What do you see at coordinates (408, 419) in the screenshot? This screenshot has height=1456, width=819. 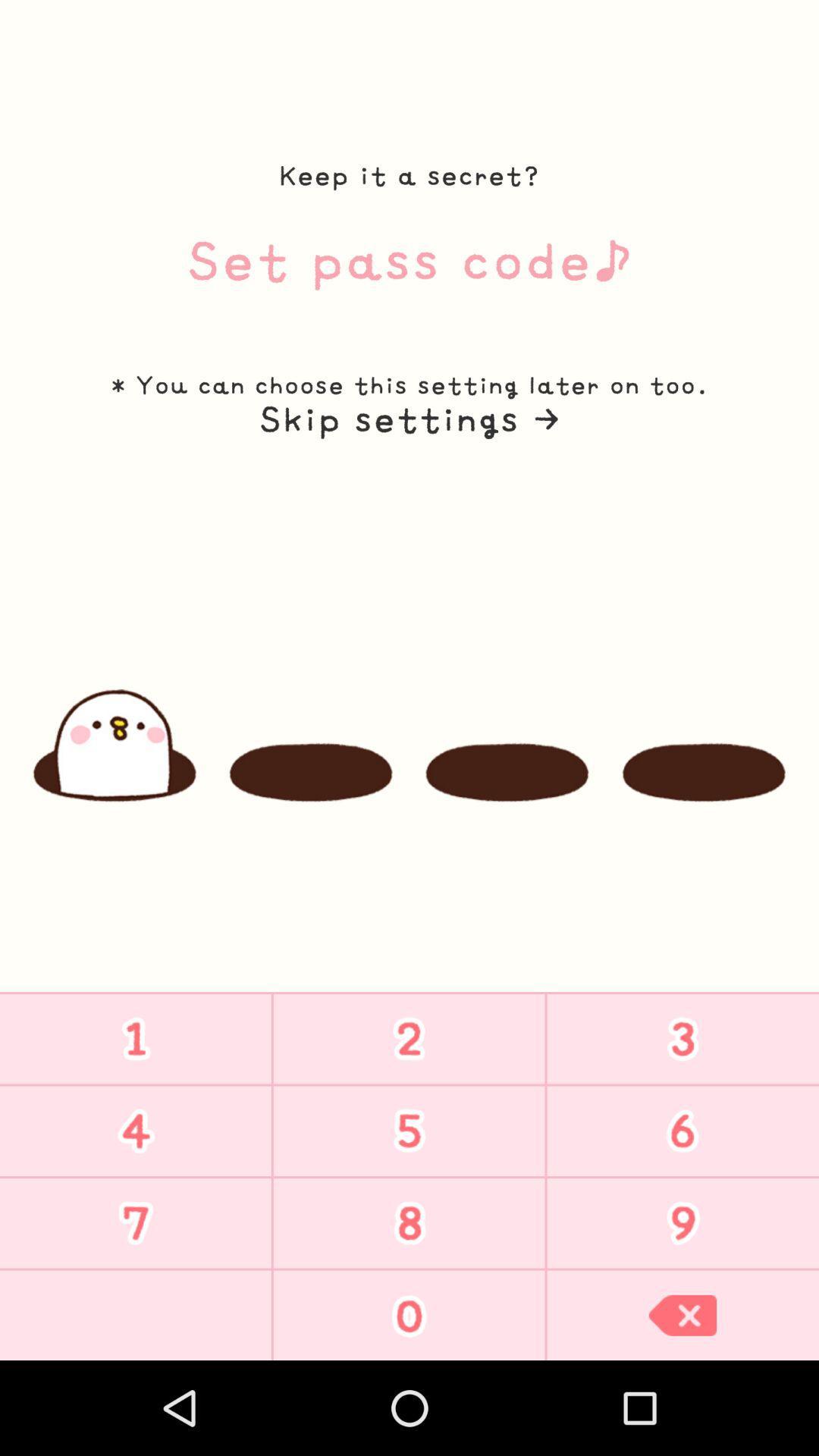 I see `item below you can choose item` at bounding box center [408, 419].